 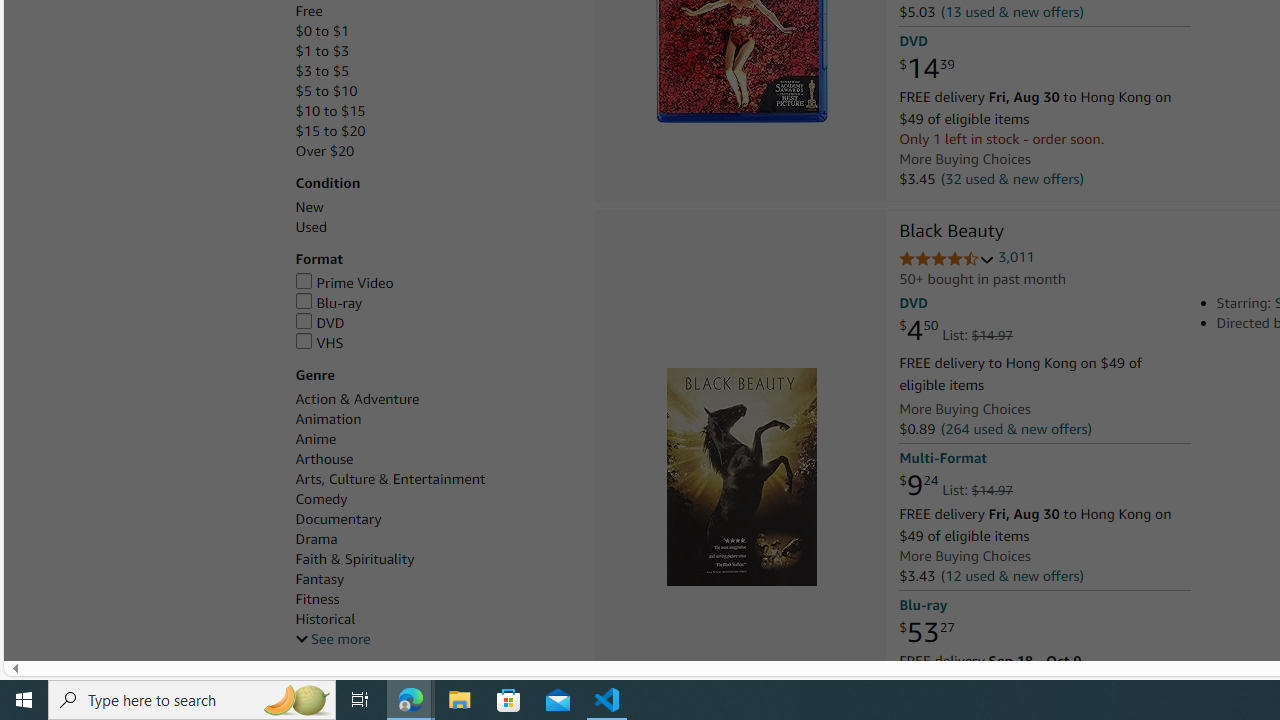 I want to click on 'See more, Genre', so click(x=332, y=639).